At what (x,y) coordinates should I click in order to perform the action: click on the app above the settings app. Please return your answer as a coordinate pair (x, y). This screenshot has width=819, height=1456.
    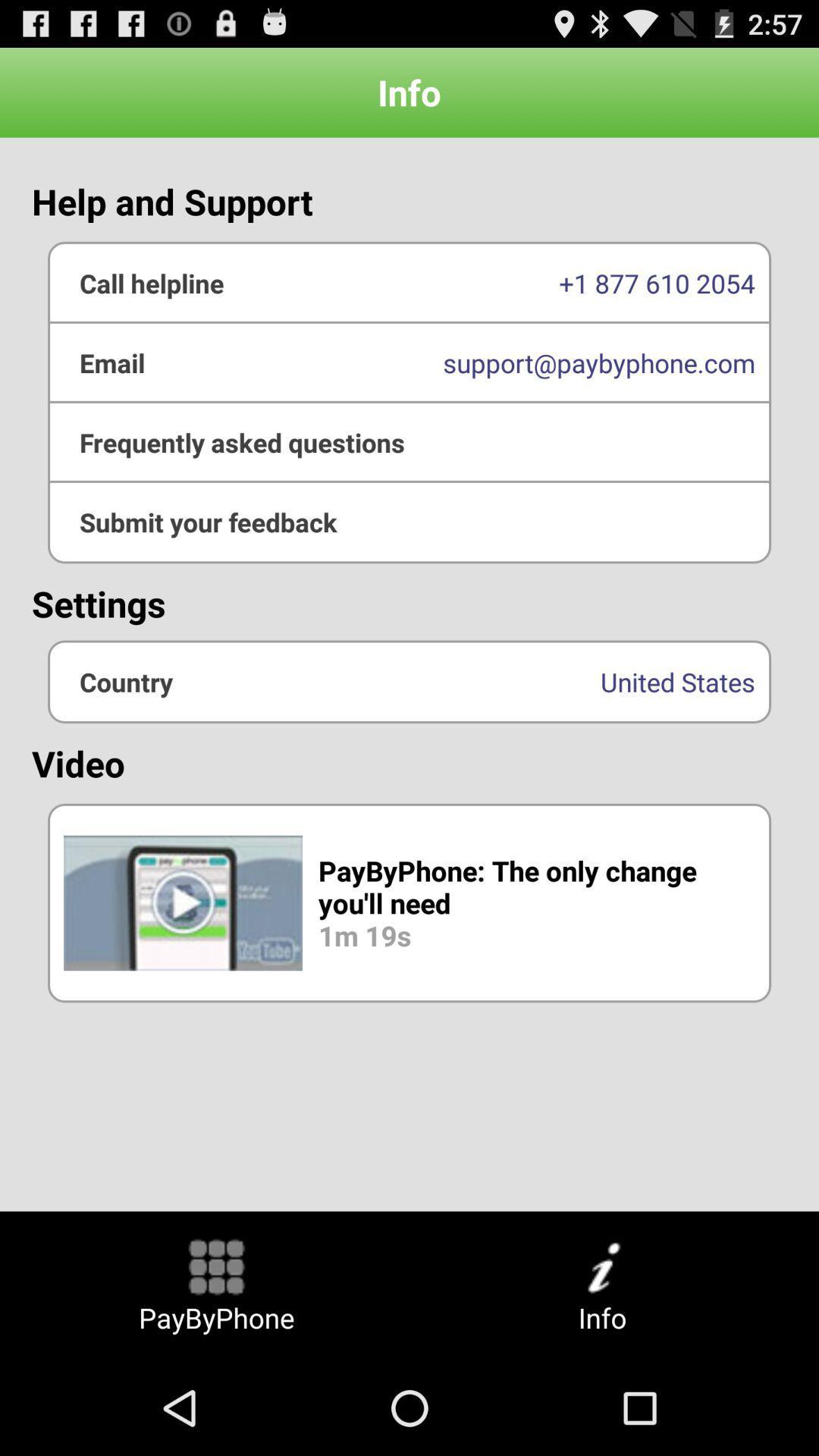
    Looking at the image, I should click on (409, 441).